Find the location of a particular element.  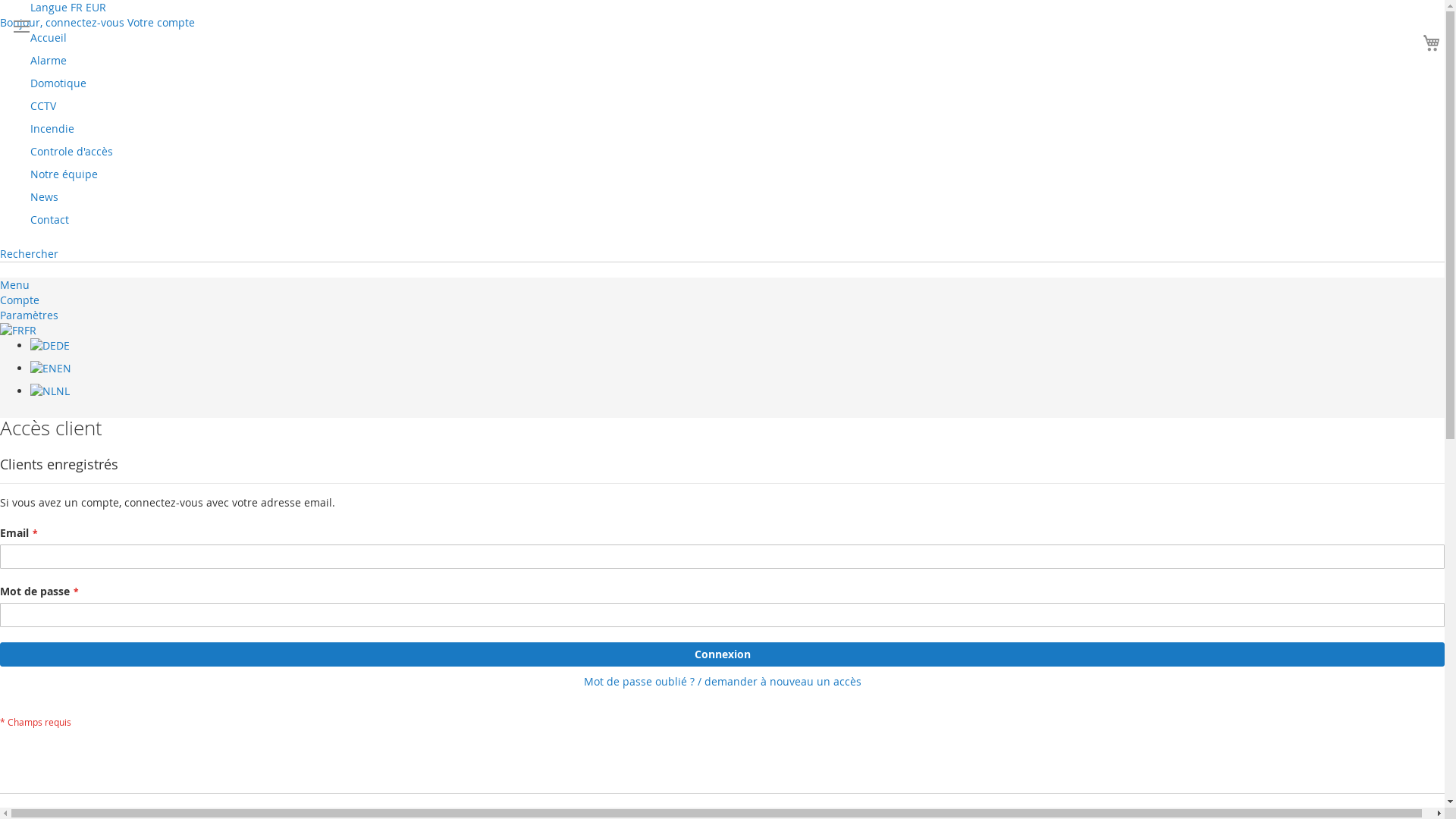

'EN' is located at coordinates (51, 368).